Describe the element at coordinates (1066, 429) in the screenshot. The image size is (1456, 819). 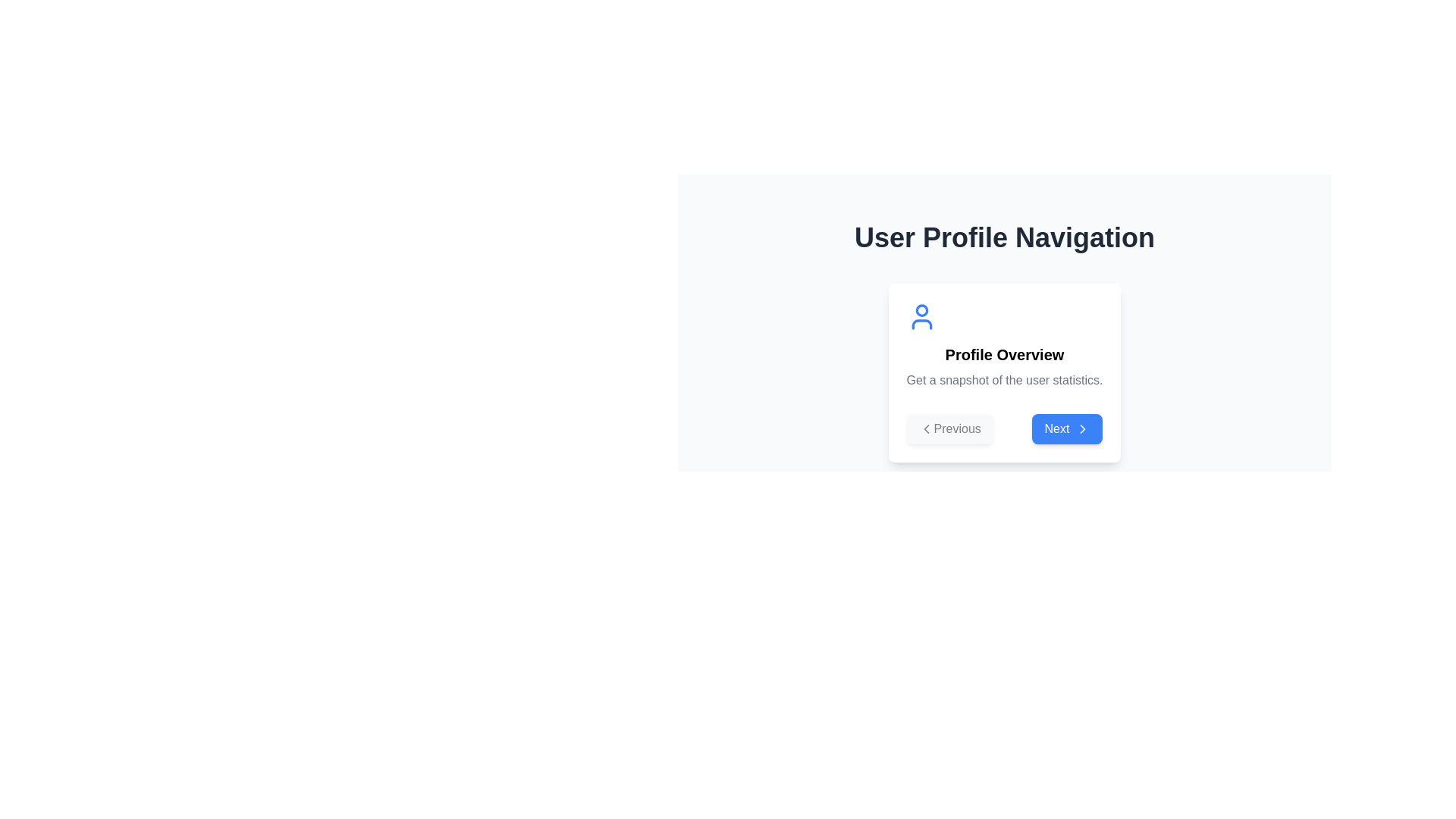
I see `the 'Next' button, which is a rectangular button with rounded corners, blue background, and white text, located in the navigation bar below 'Profile Overview'` at that location.